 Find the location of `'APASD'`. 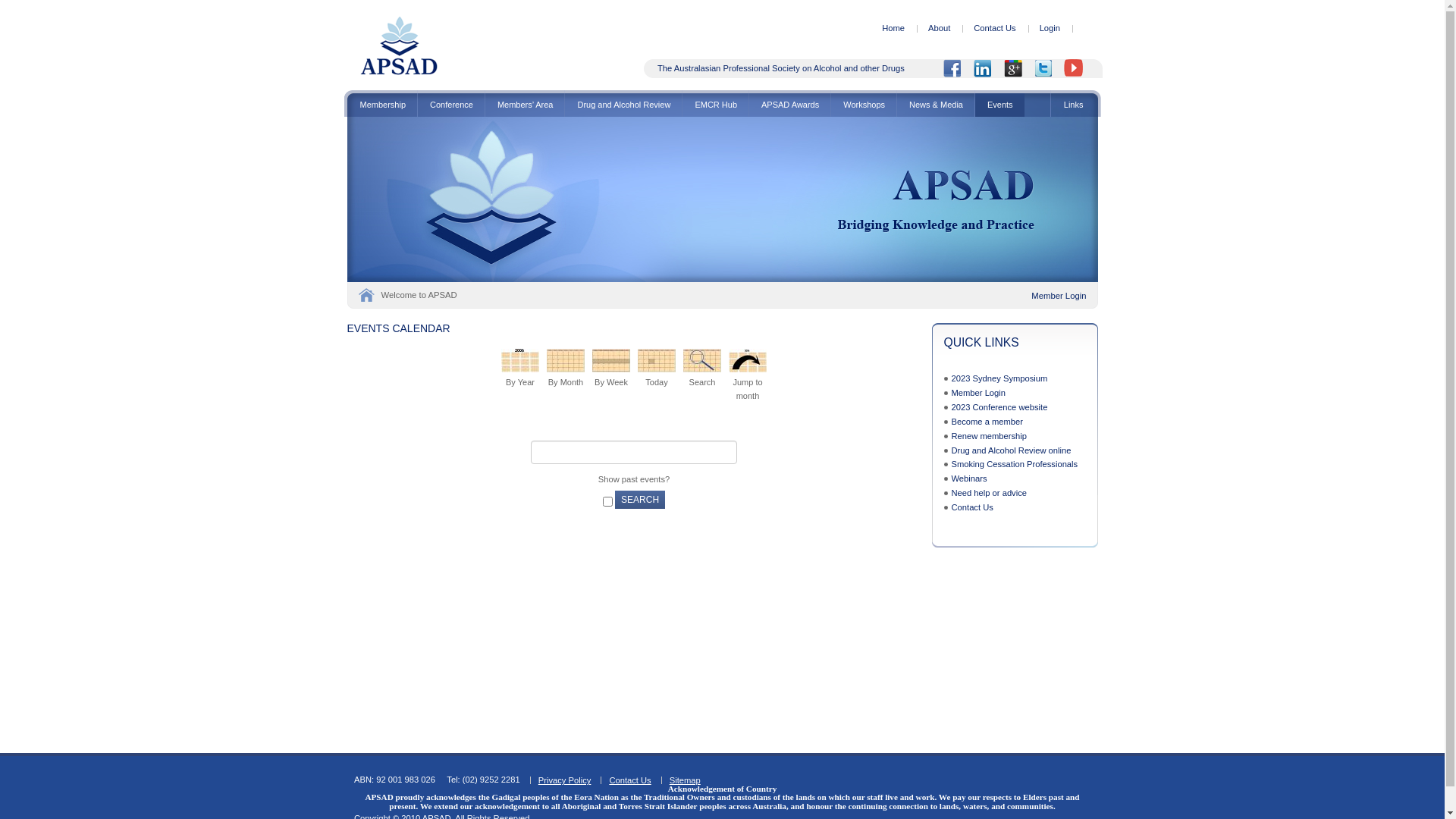

'APASD' is located at coordinates (398, 45).